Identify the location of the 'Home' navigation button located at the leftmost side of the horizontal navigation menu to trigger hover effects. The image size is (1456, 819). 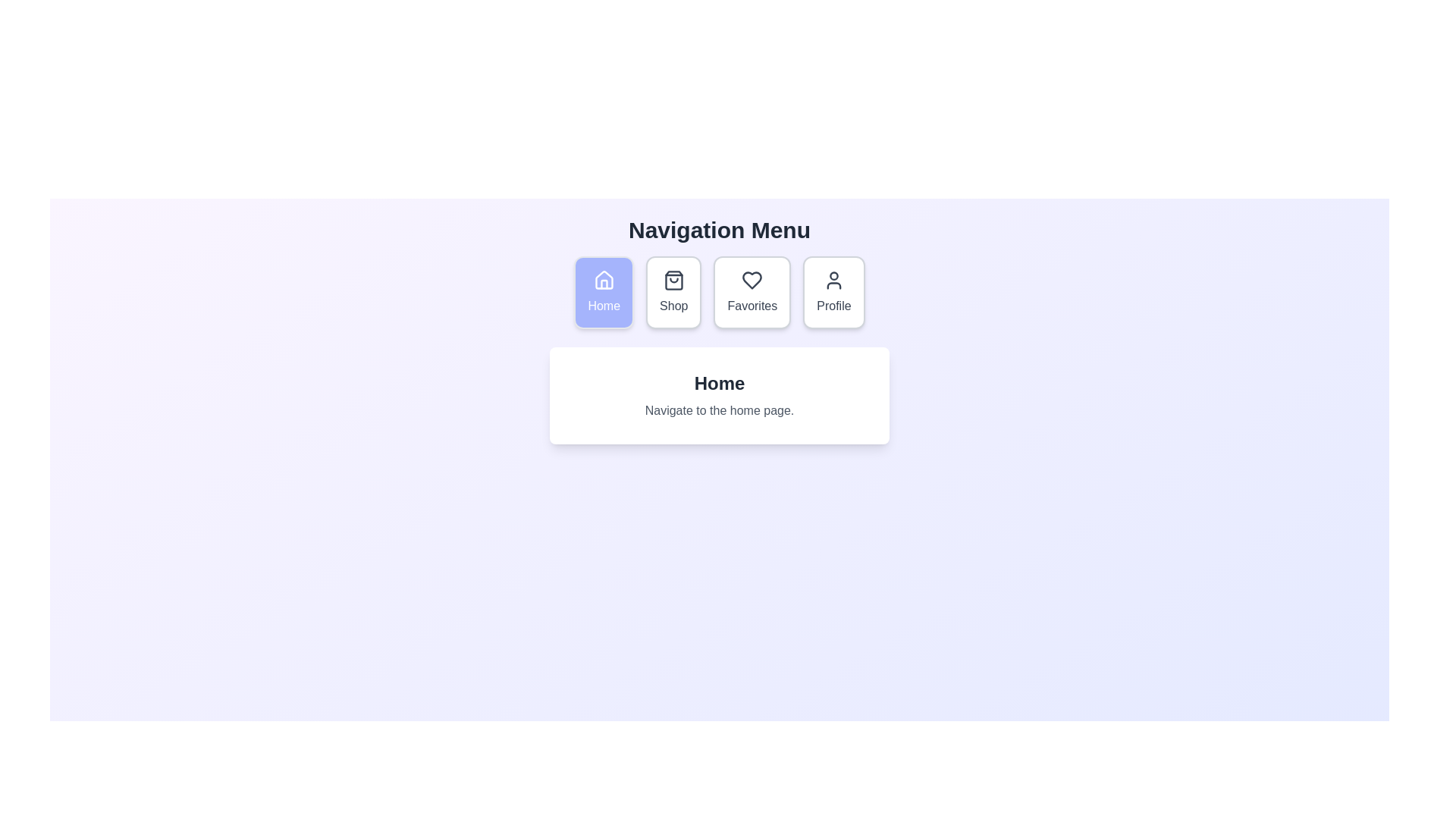
(603, 292).